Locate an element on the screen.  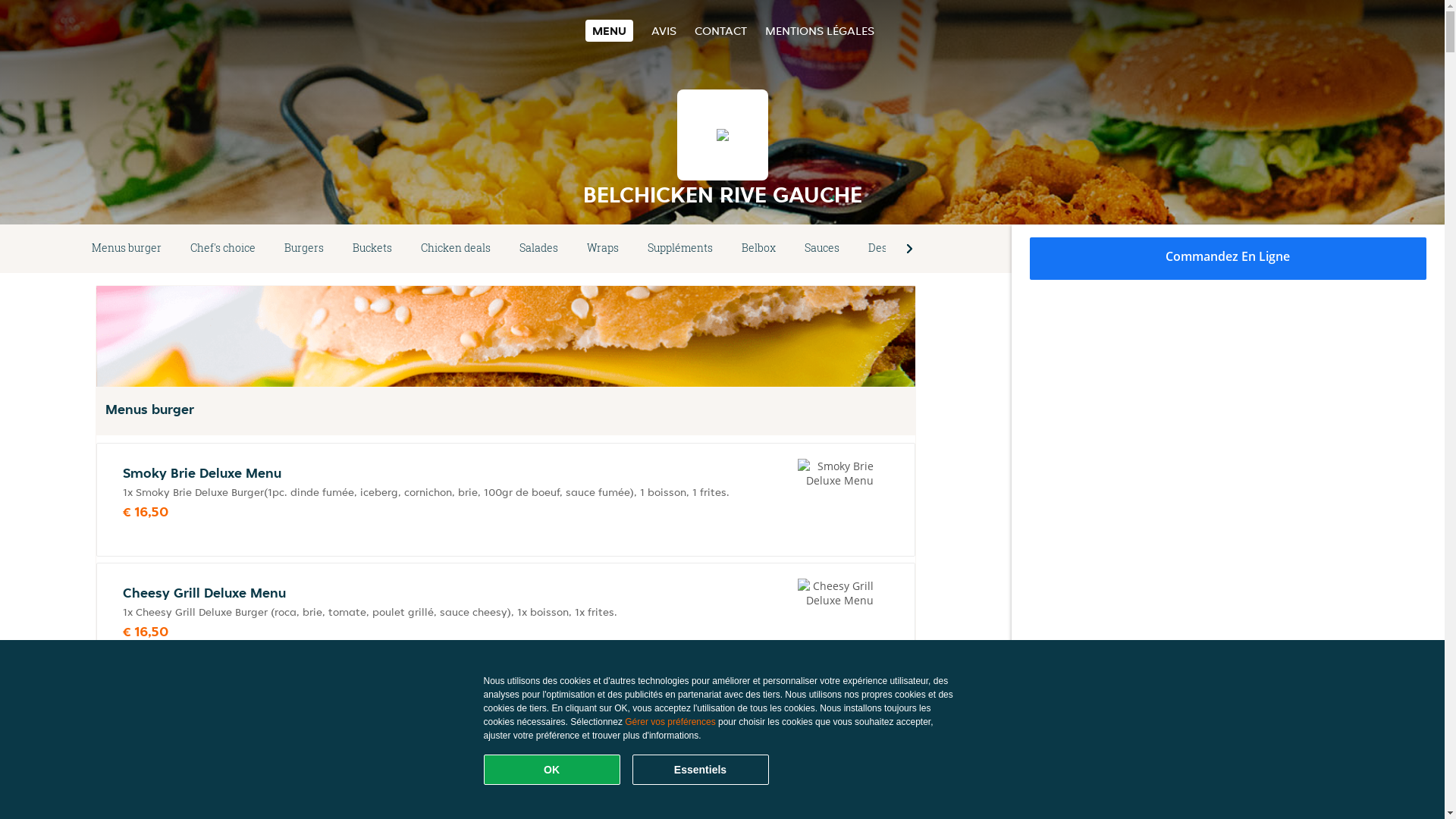
'Sauces' is located at coordinates (821, 247).